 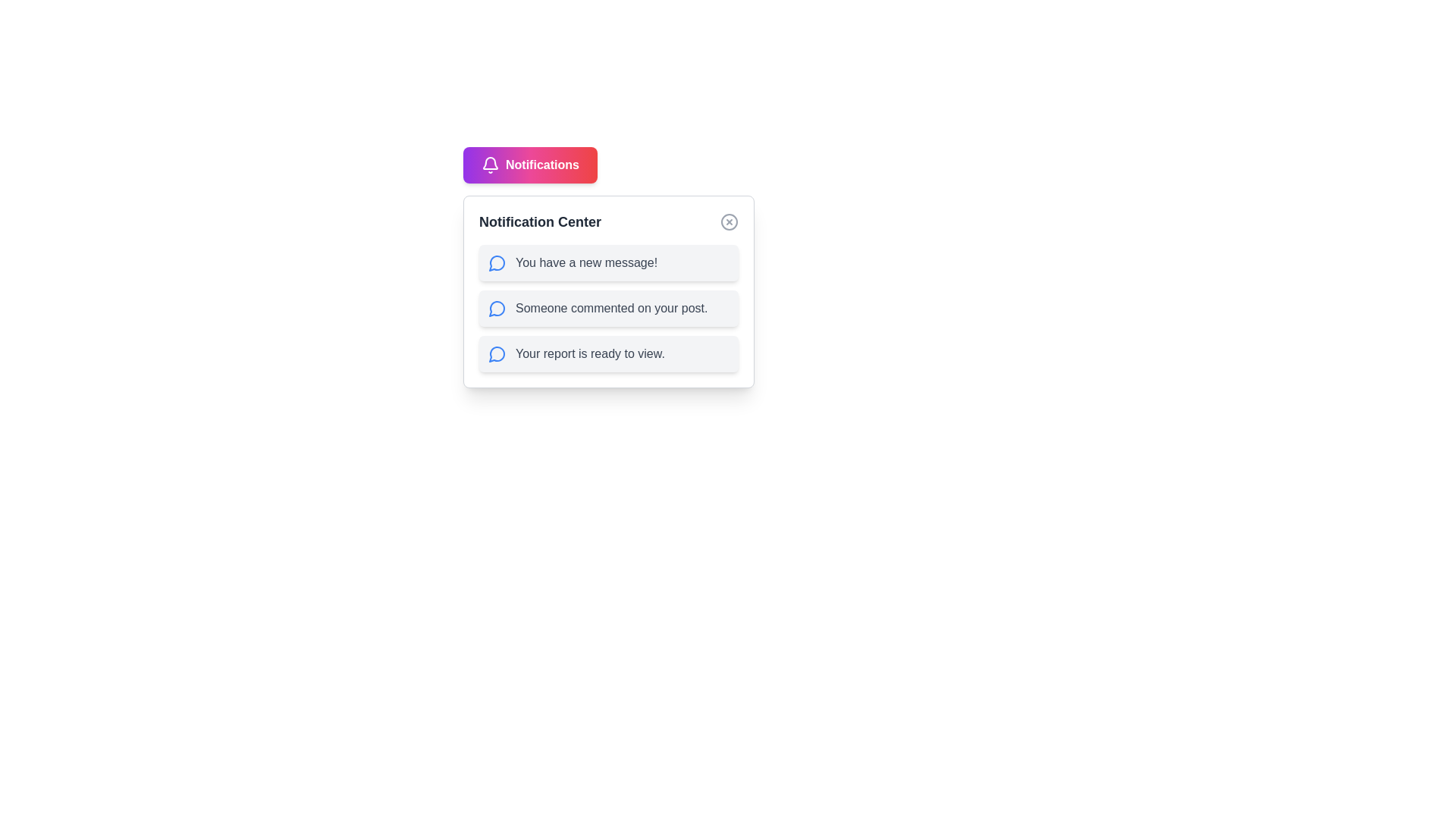 What do you see at coordinates (585, 262) in the screenshot?
I see `the text label that indicates a new message notification, which is located to the right of the blue message icon in the dropdown` at bounding box center [585, 262].